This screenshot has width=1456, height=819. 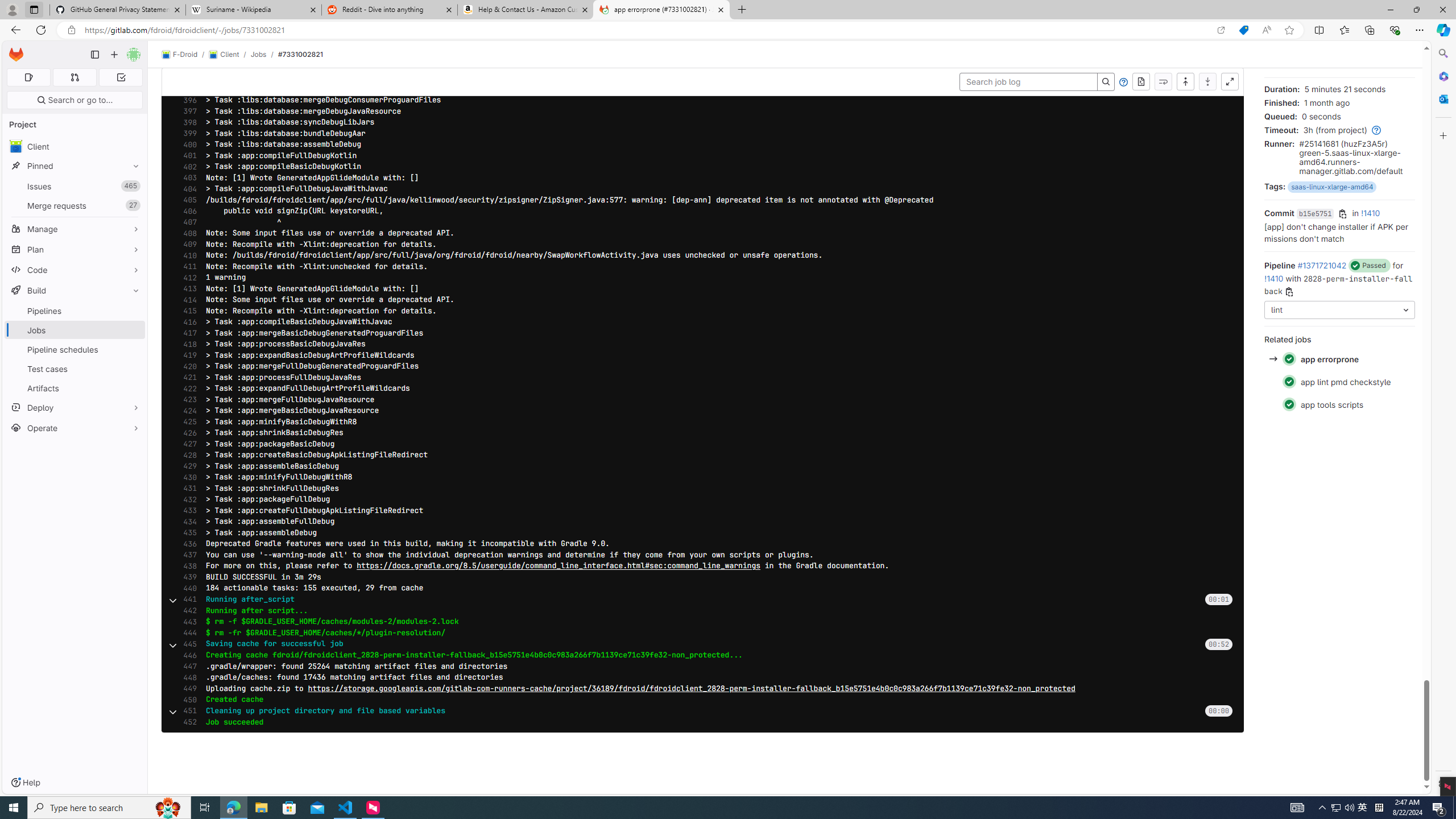 I want to click on '440', so click(x=186, y=588).